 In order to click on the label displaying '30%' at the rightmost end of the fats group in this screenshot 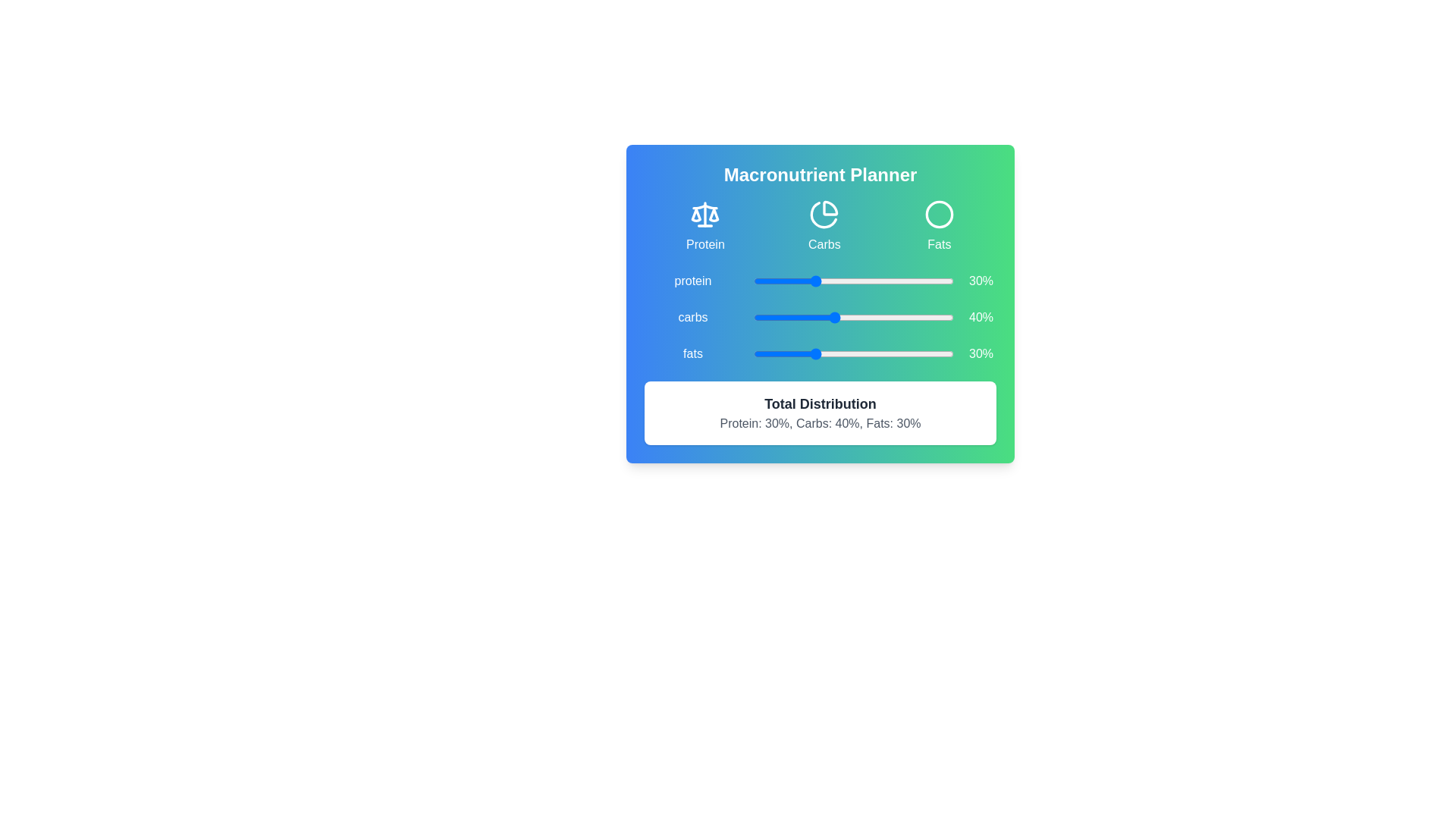, I will do `click(981, 353)`.